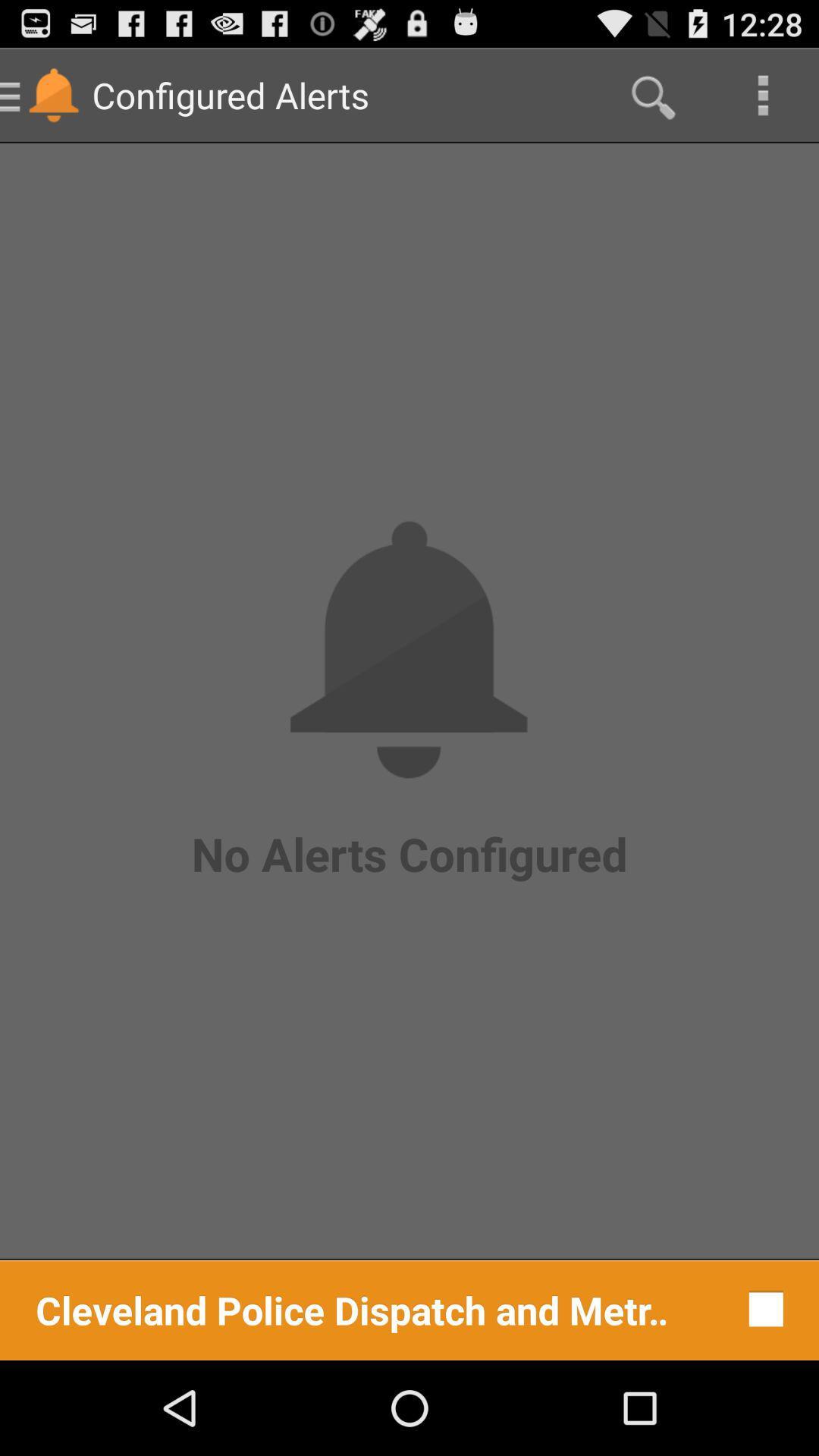  Describe the element at coordinates (353, 1308) in the screenshot. I see `item below the no alerts configured app` at that location.